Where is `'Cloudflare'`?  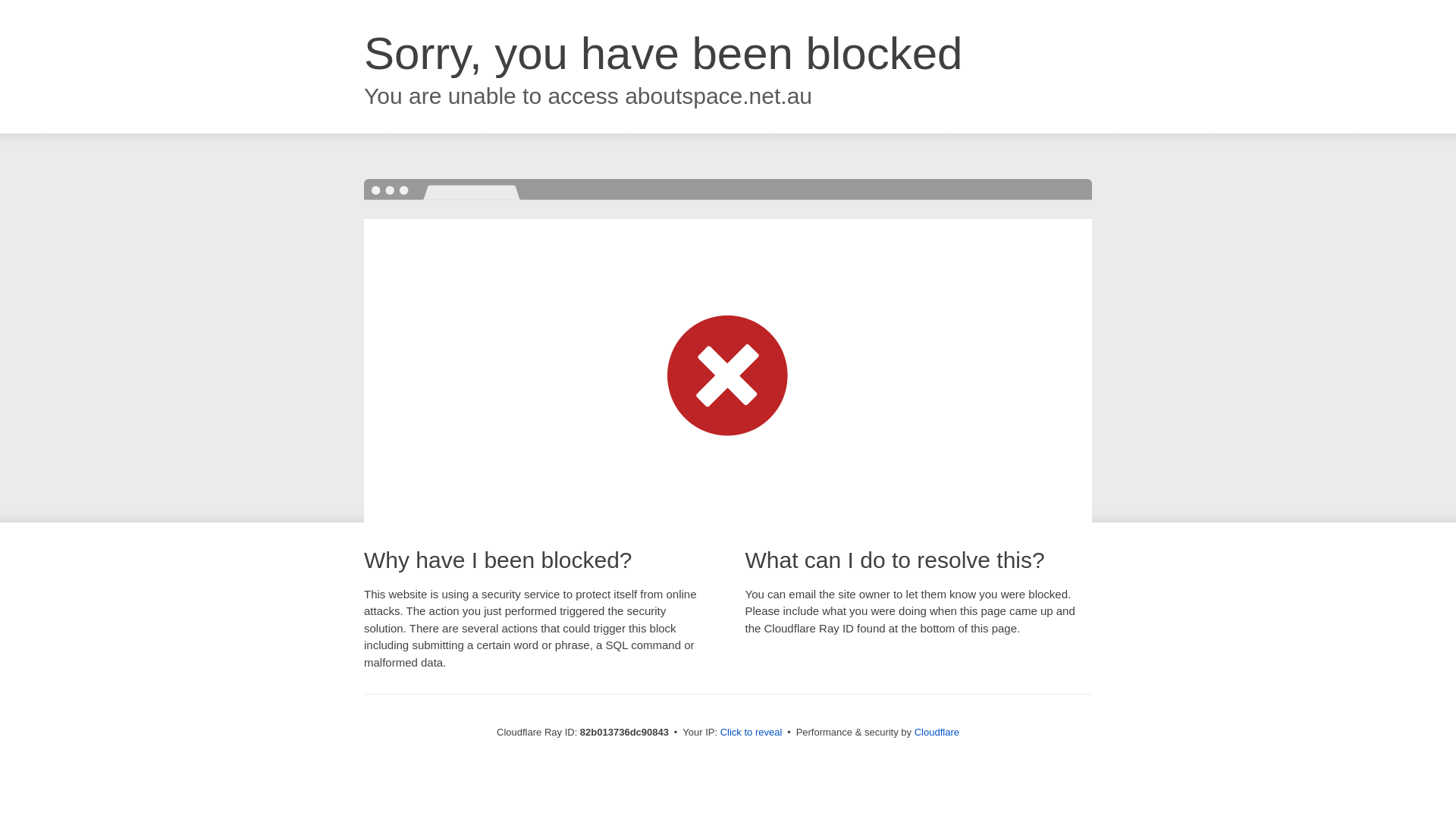
'Cloudflare' is located at coordinates (936, 731).